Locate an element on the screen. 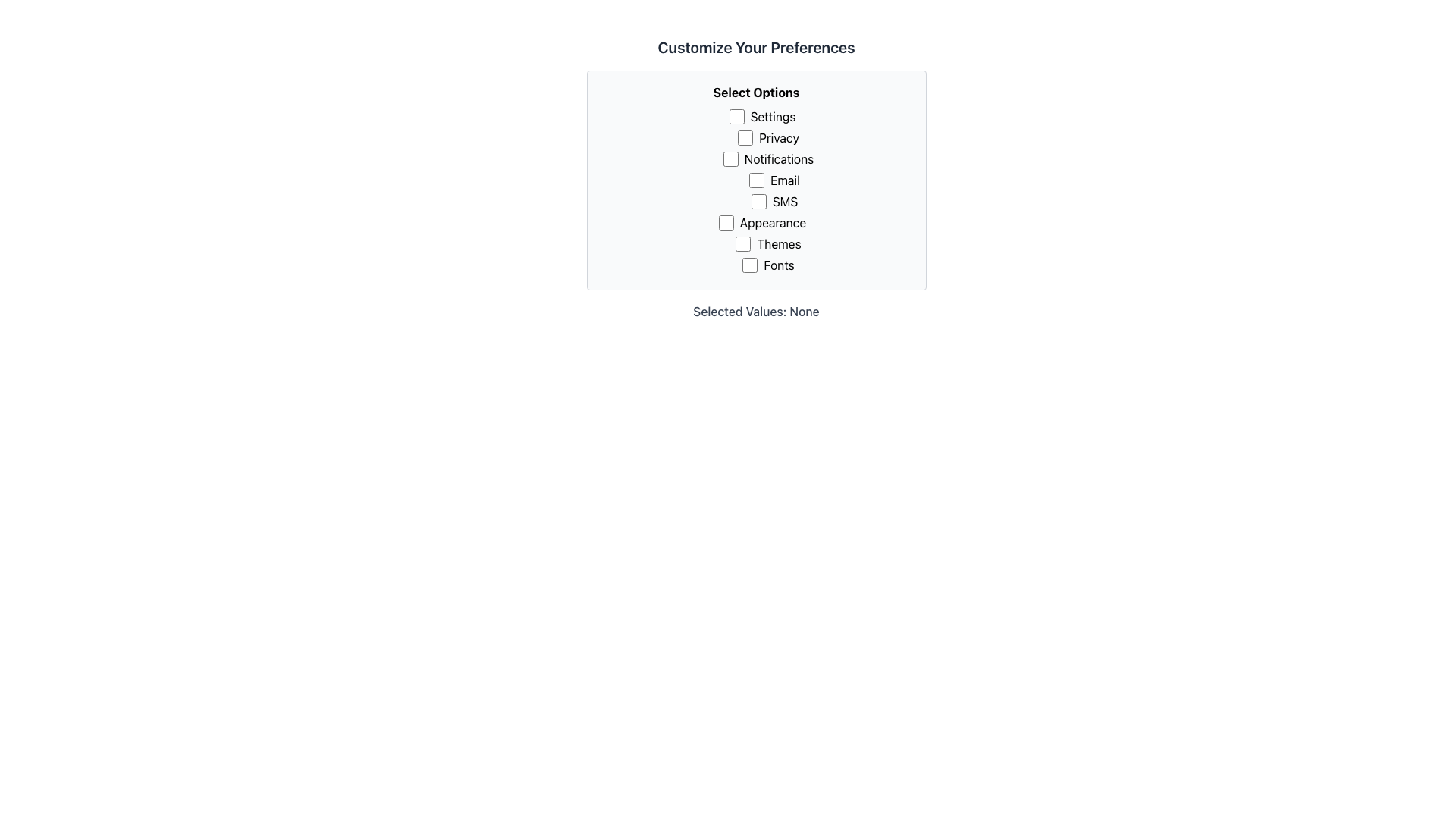 This screenshot has width=1456, height=819. the label that serves as a description for the checkbox in the 'Select Options' section, located beneath the 'Notifications' header is located at coordinates (774, 180).